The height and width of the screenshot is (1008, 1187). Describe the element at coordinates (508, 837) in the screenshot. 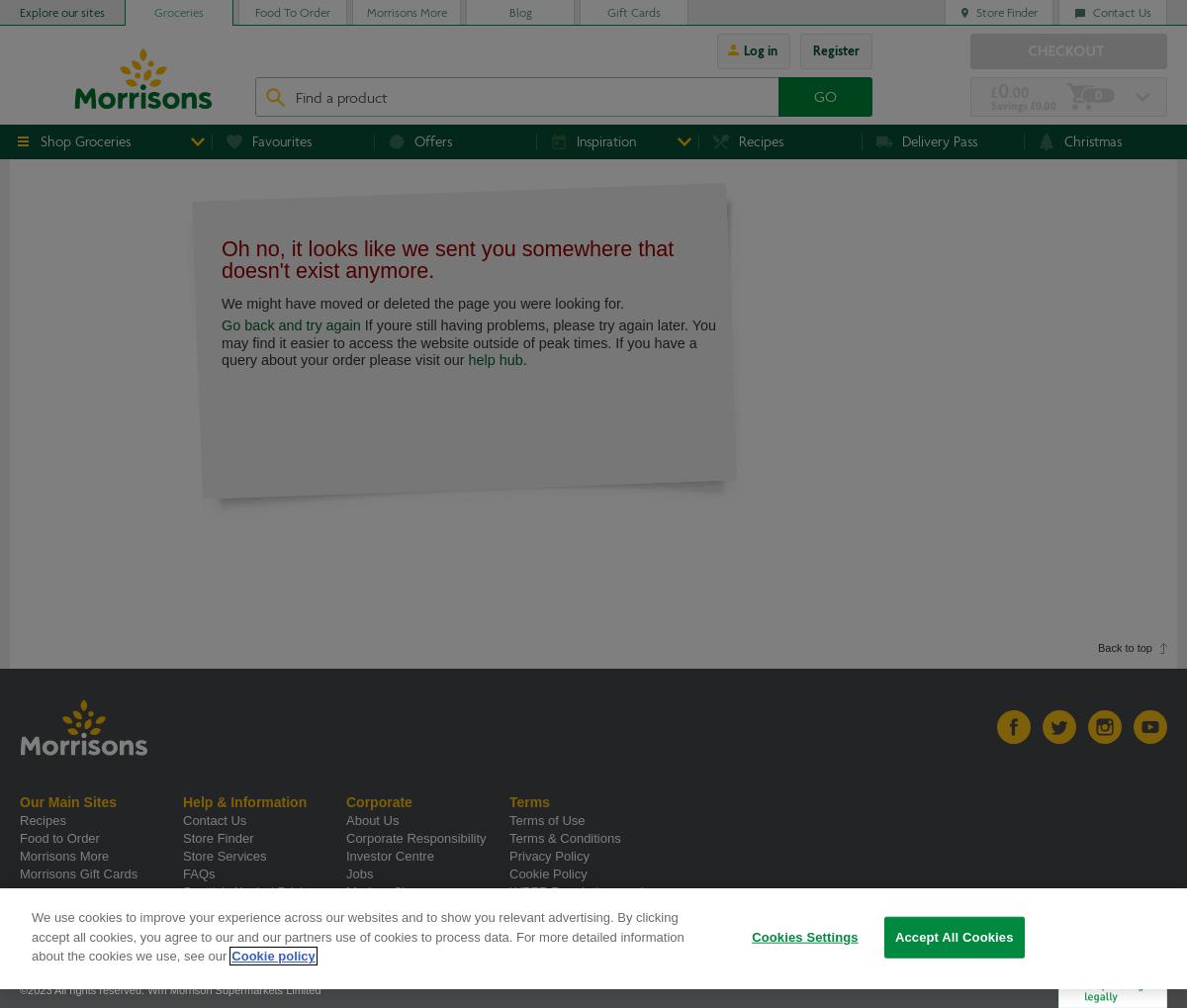

I see `'Terms & Conditions'` at that location.